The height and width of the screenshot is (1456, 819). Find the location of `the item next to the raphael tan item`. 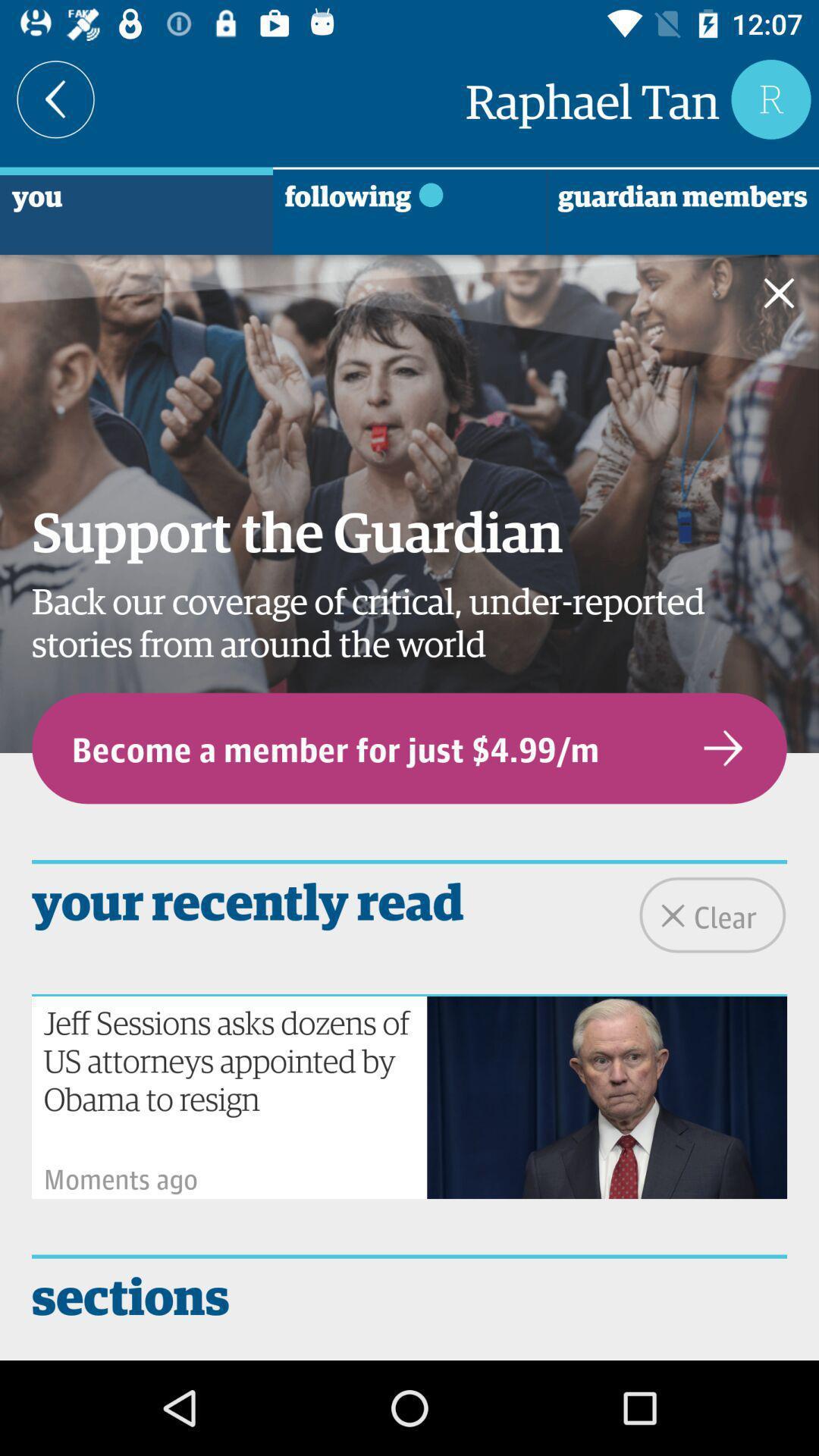

the item next to the raphael tan item is located at coordinates (55, 99).